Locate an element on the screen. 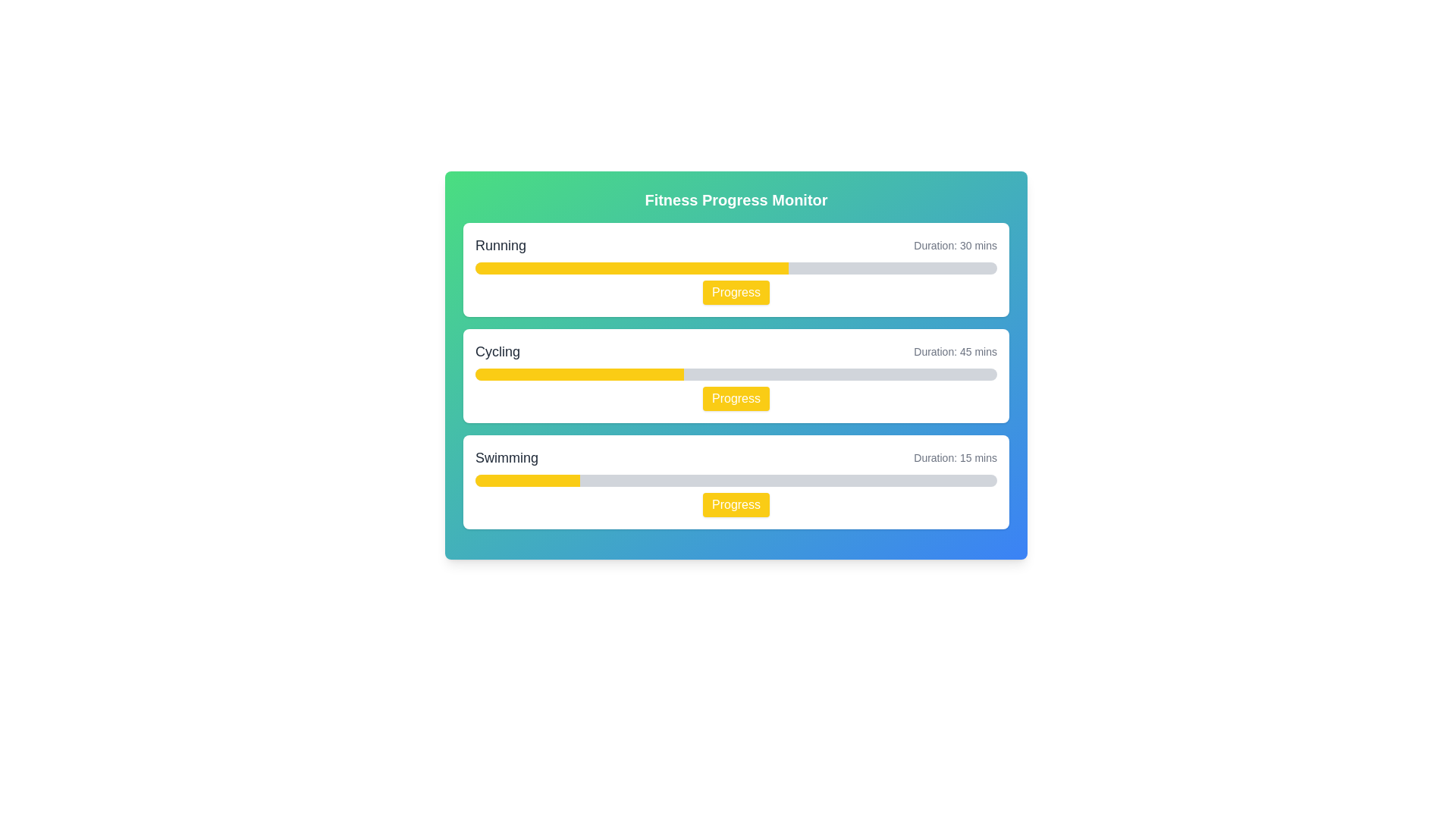 The width and height of the screenshot is (1456, 819). the progress bar indicating 60% completion of the 'Running' activity, located below 'Running: Duration: 30 mins' and above the yellow 'Progress' button is located at coordinates (736, 268).